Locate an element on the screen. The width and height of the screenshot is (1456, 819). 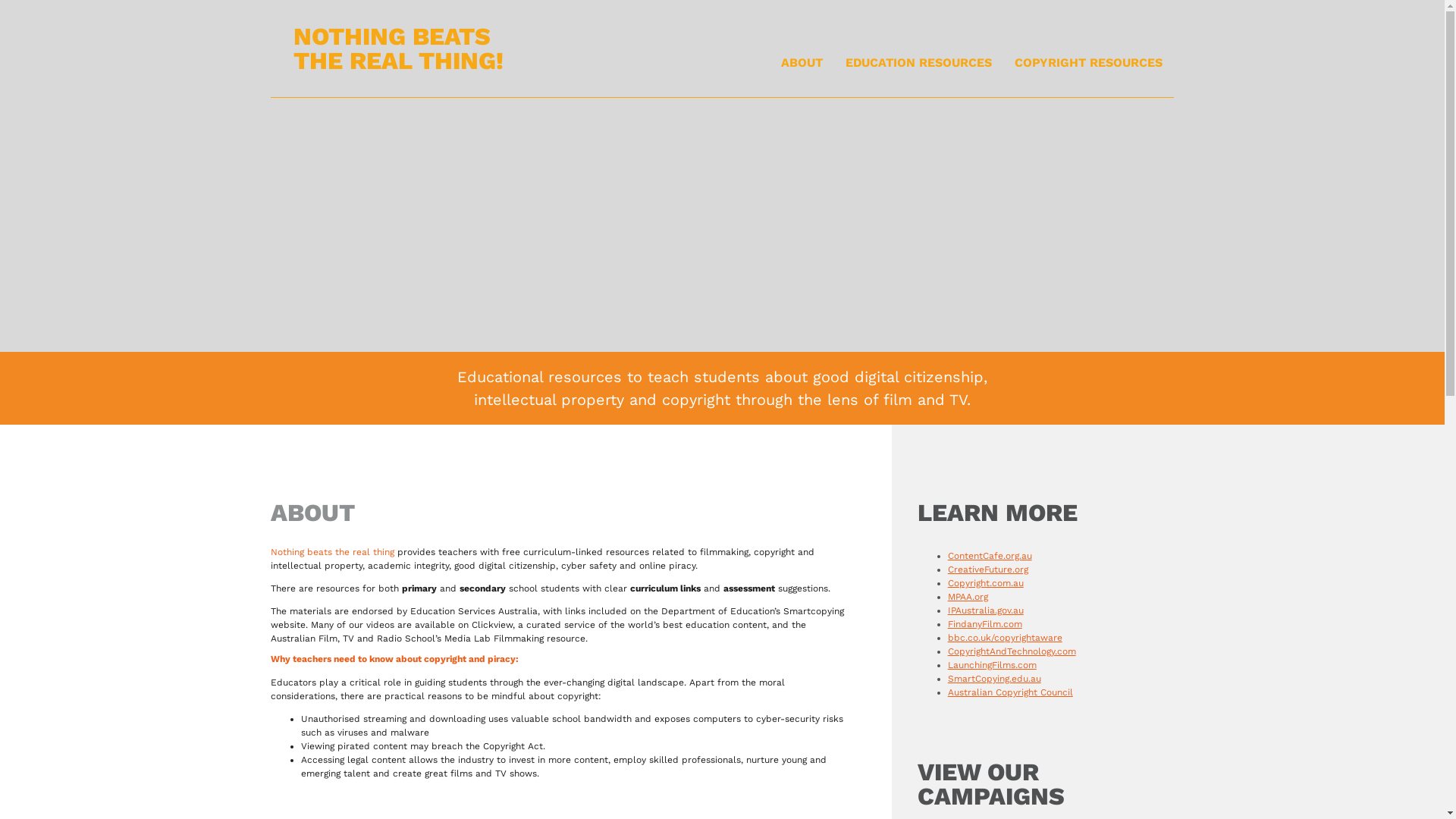
'CreativeFuture.org' is located at coordinates (987, 570).